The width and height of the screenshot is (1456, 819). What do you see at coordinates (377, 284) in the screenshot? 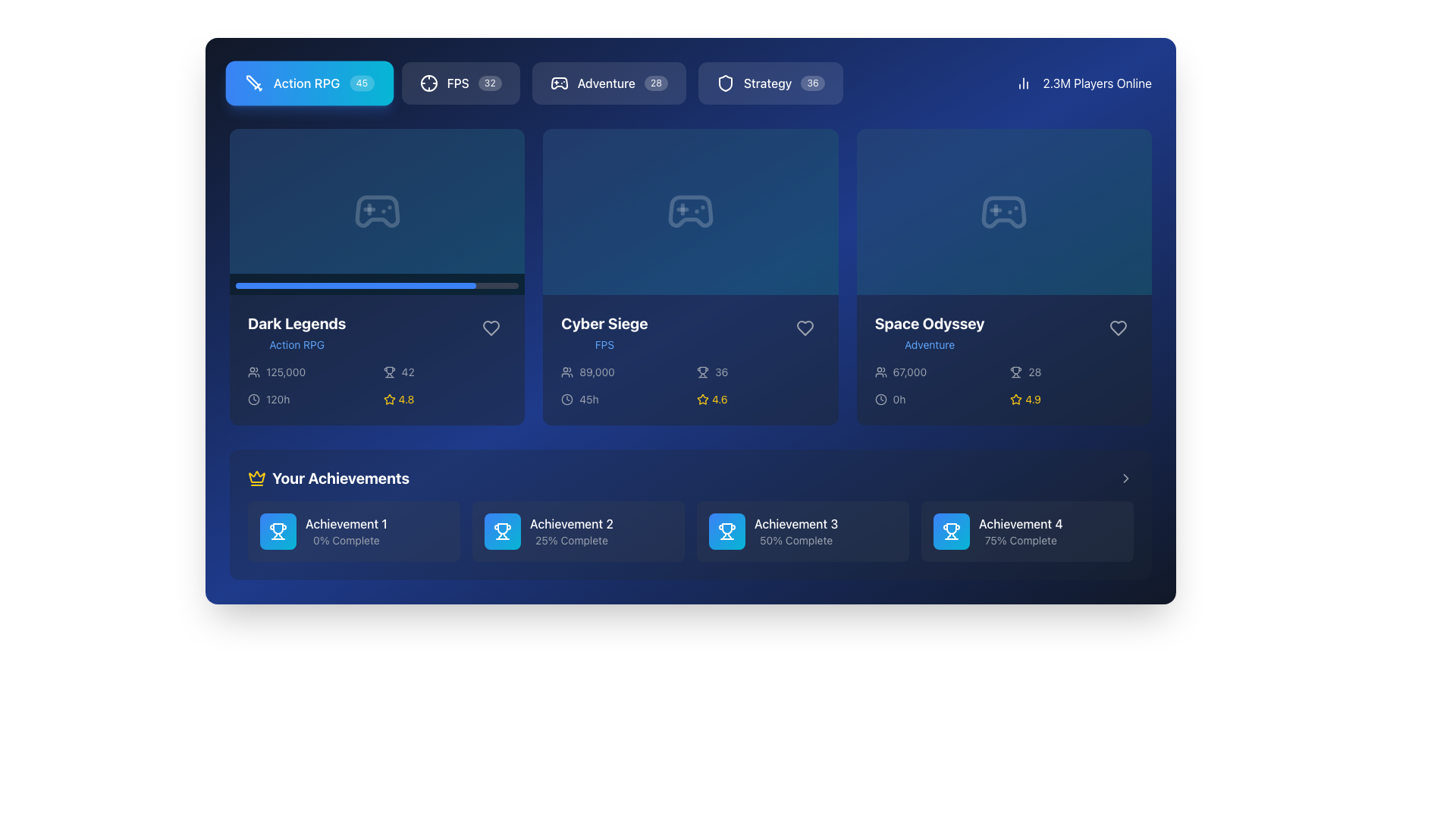
I see `the progress bar located at the bottom of the card layout representing a game, which is horizontally centered and positioned above the text 'Dark Legends'` at bounding box center [377, 284].